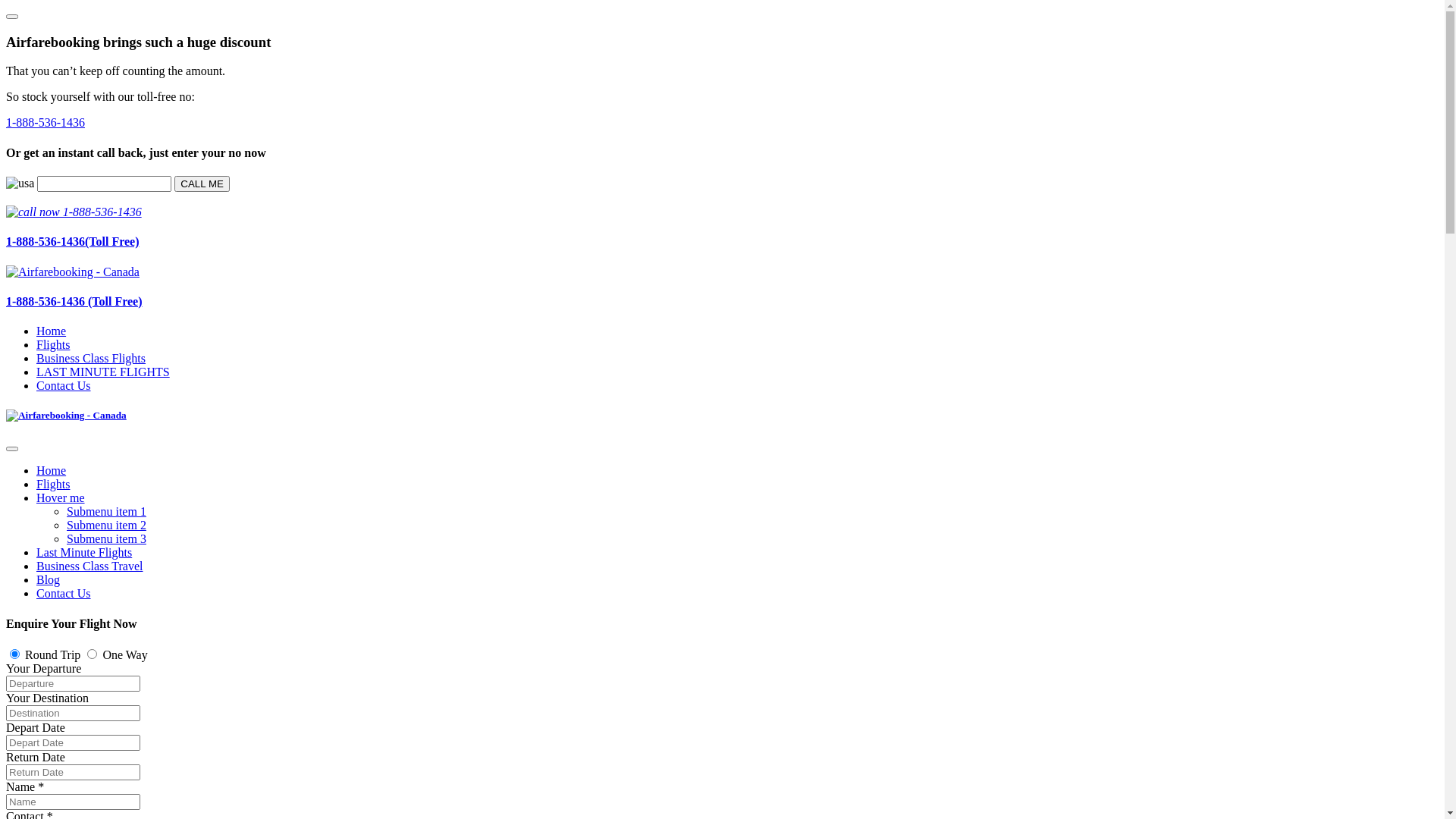  Describe the element at coordinates (105, 524) in the screenshot. I see `'Submenu item 2'` at that location.